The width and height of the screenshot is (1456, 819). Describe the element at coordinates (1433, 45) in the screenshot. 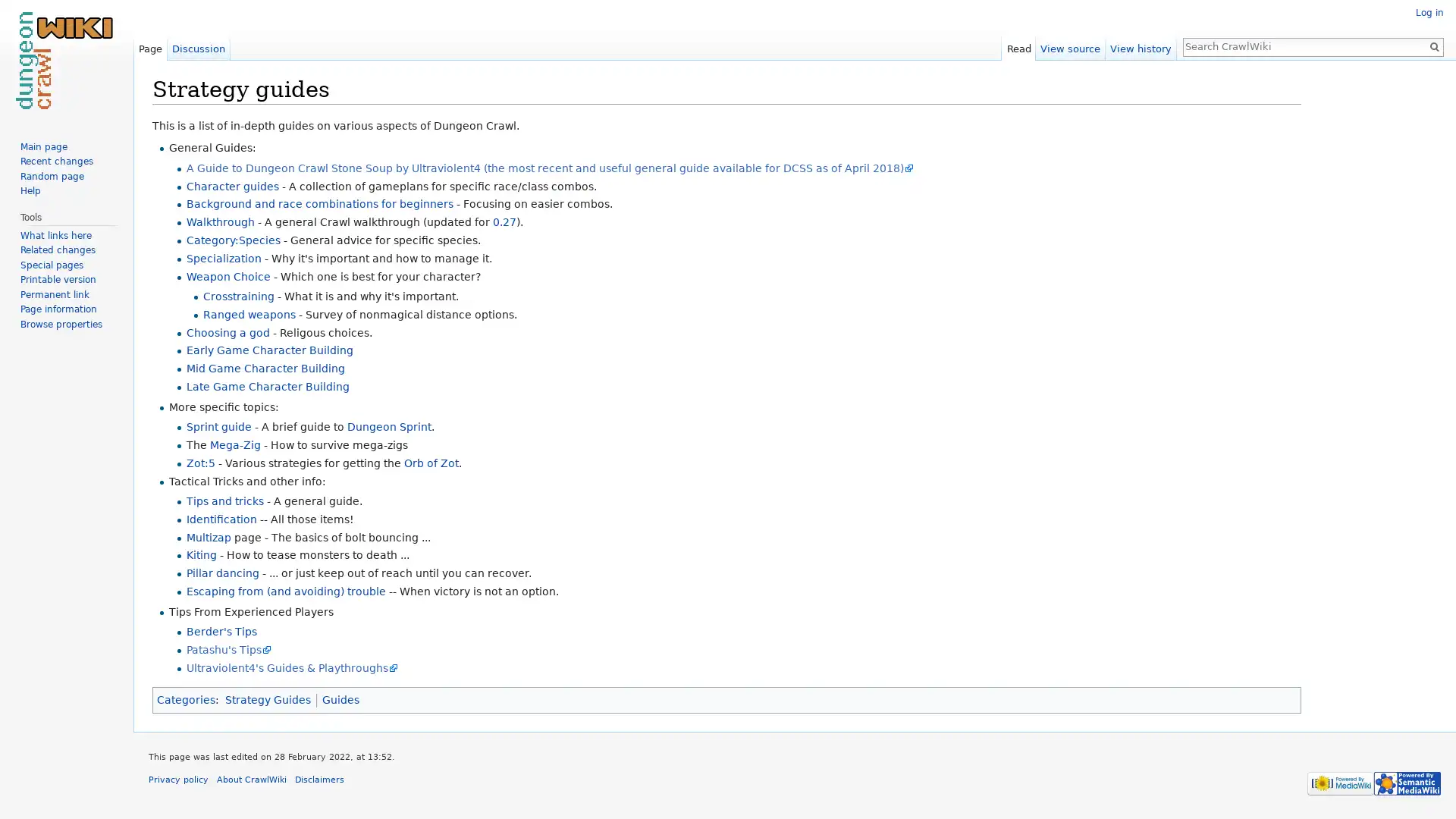

I see `Go` at that location.